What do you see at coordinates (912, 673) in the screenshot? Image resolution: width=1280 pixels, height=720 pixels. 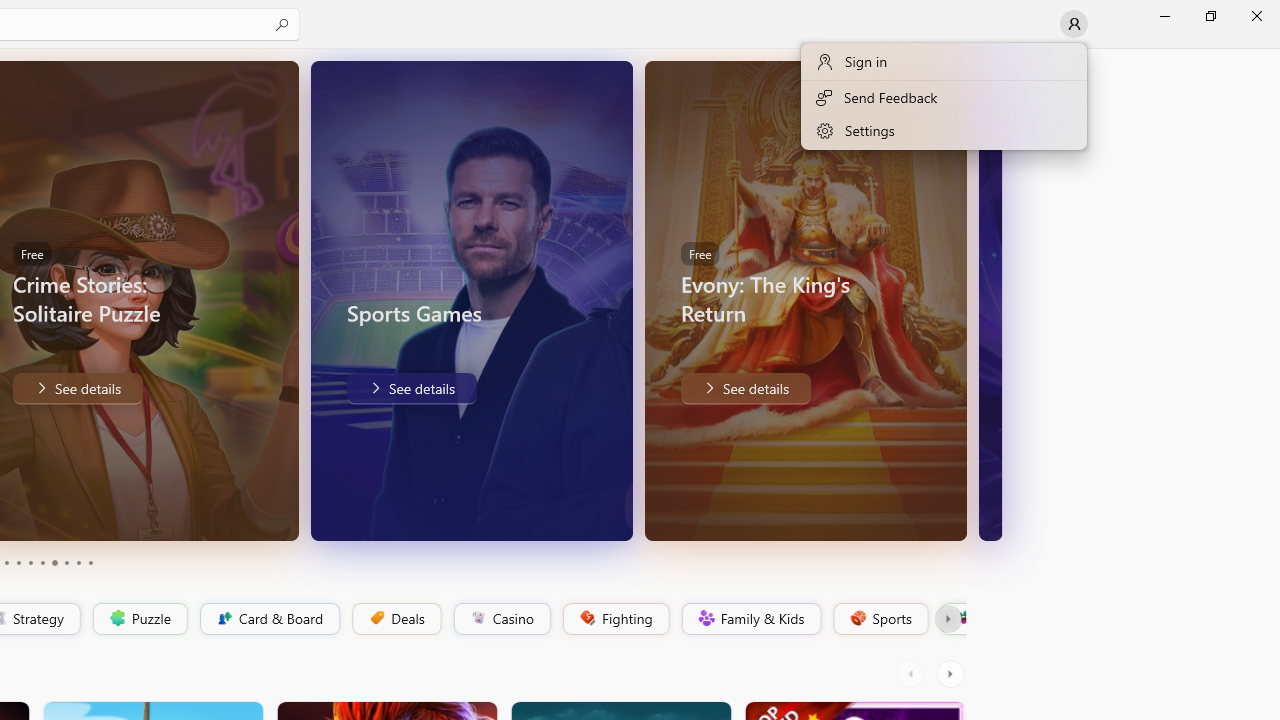 I see `'AutomationID: LeftScrollButton'` at bounding box center [912, 673].